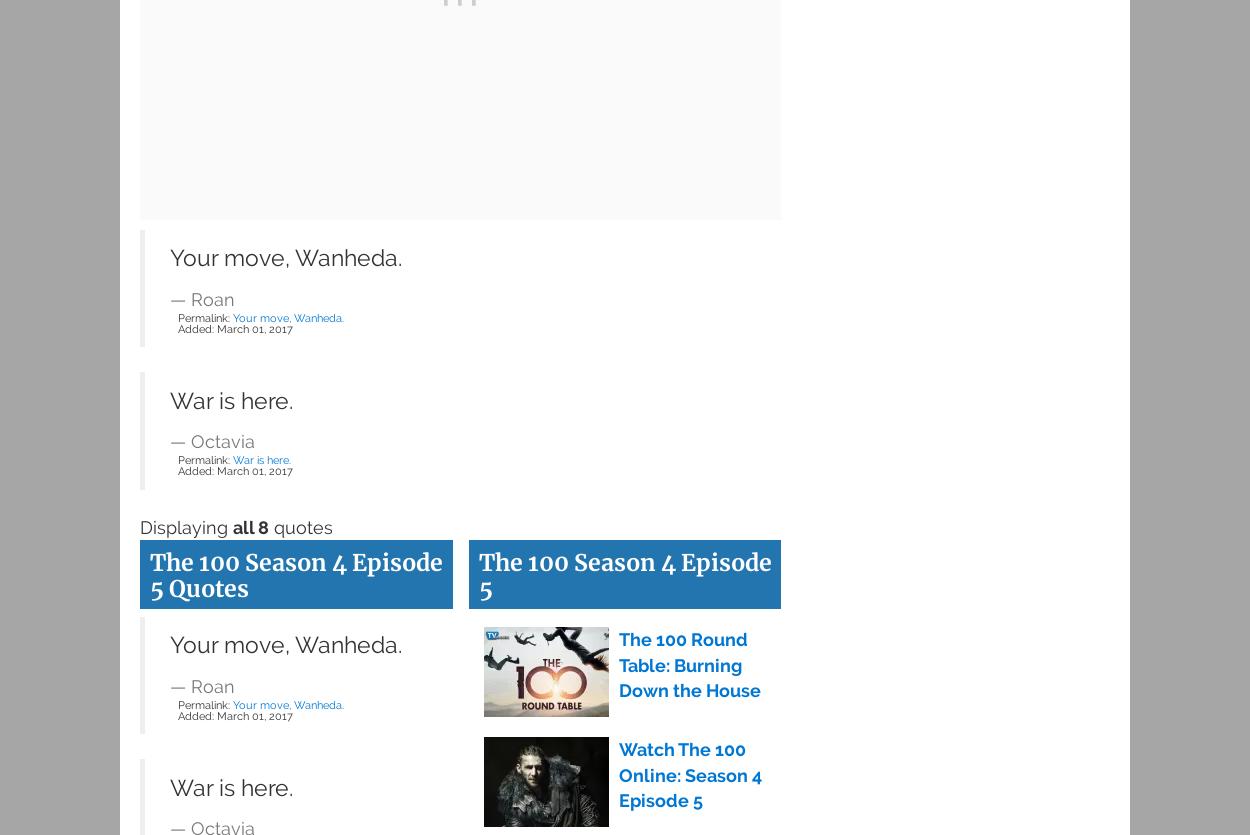 This screenshot has height=835, width=1250. What do you see at coordinates (688, 663) in the screenshot?
I see `'The 100 Round Table: Burning Down the House'` at bounding box center [688, 663].